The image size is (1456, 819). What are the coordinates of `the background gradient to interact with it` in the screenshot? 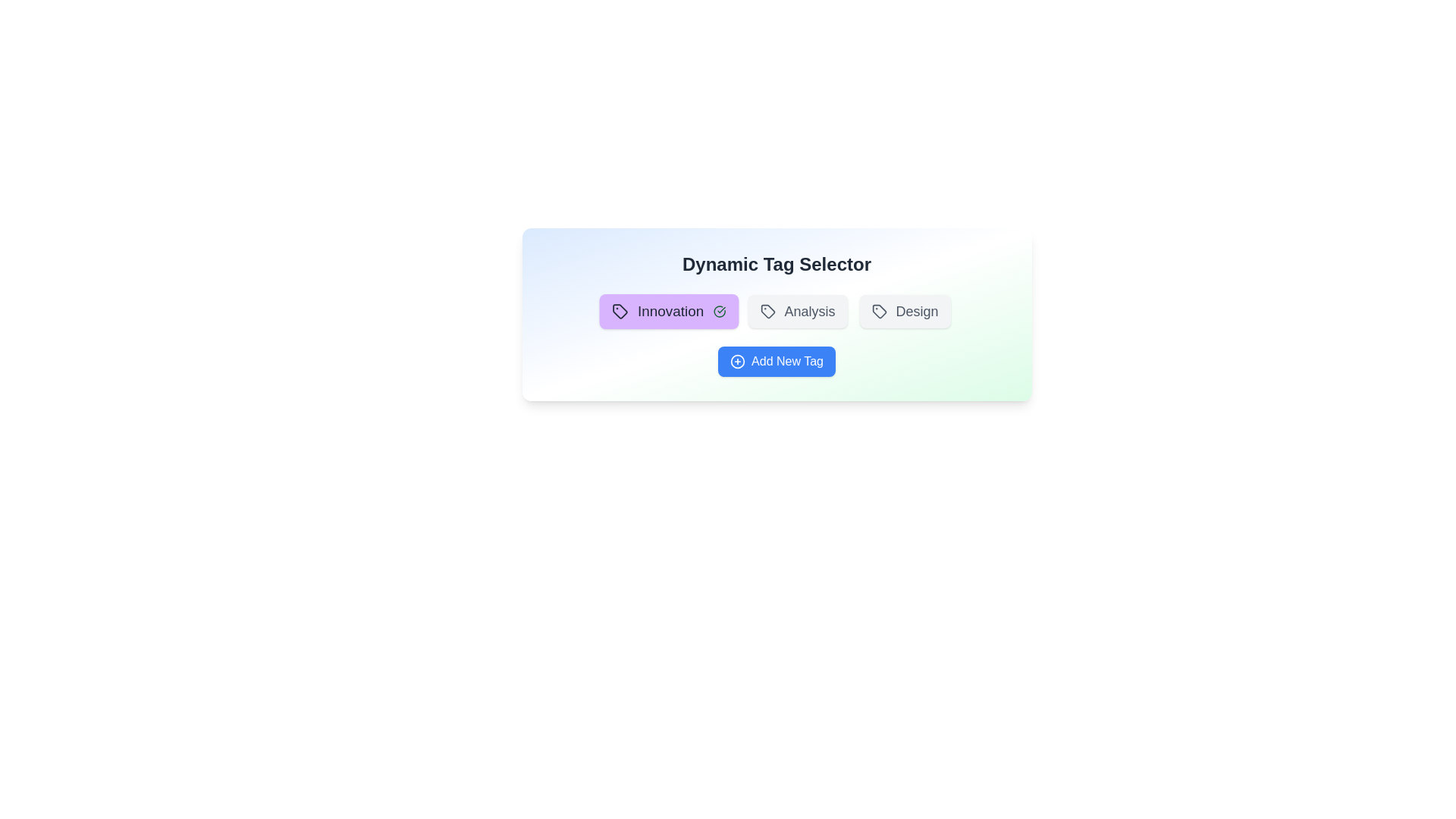 It's located at (777, 314).